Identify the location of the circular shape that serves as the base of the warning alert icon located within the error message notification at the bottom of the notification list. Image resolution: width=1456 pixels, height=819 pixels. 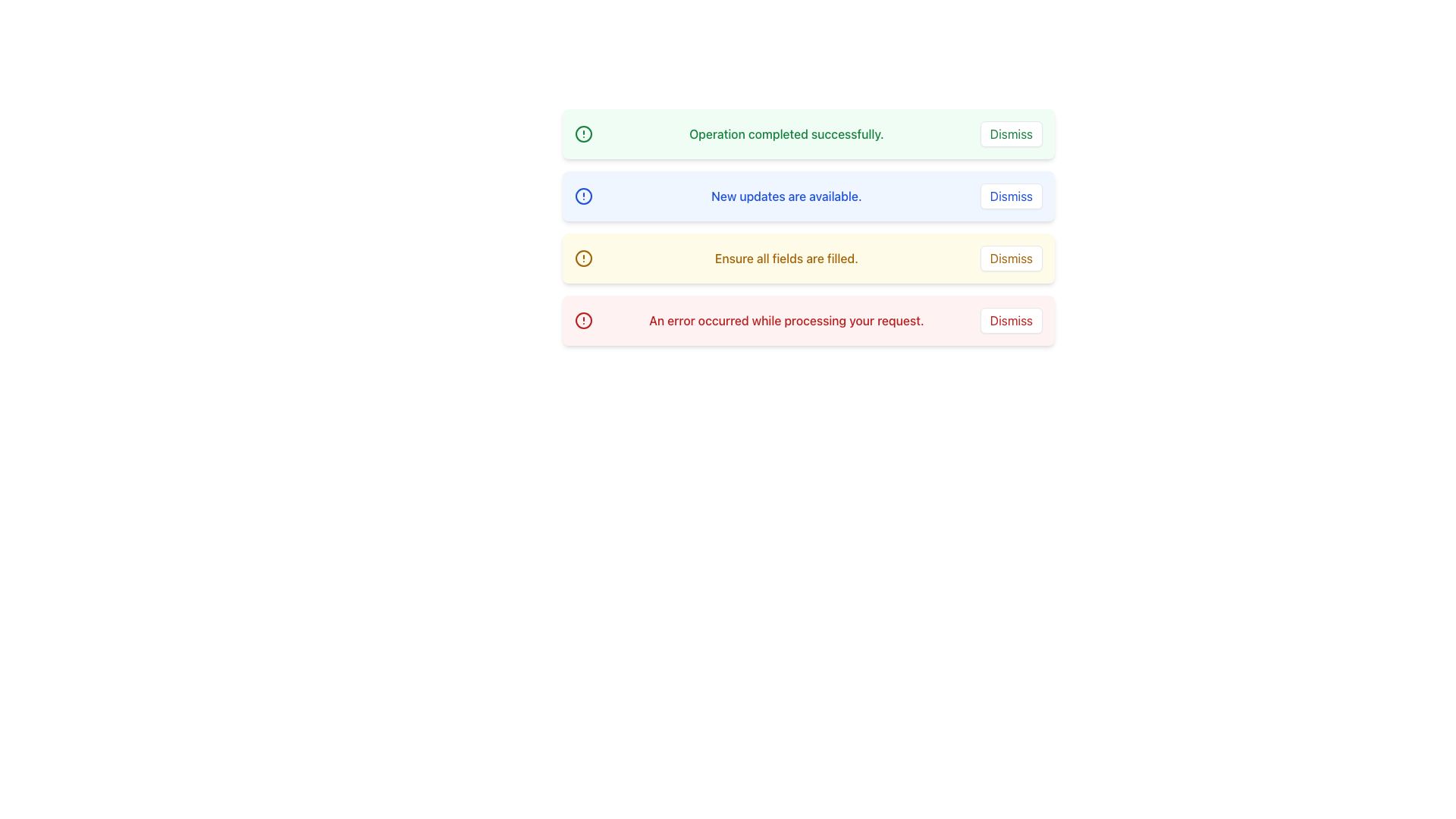
(582, 320).